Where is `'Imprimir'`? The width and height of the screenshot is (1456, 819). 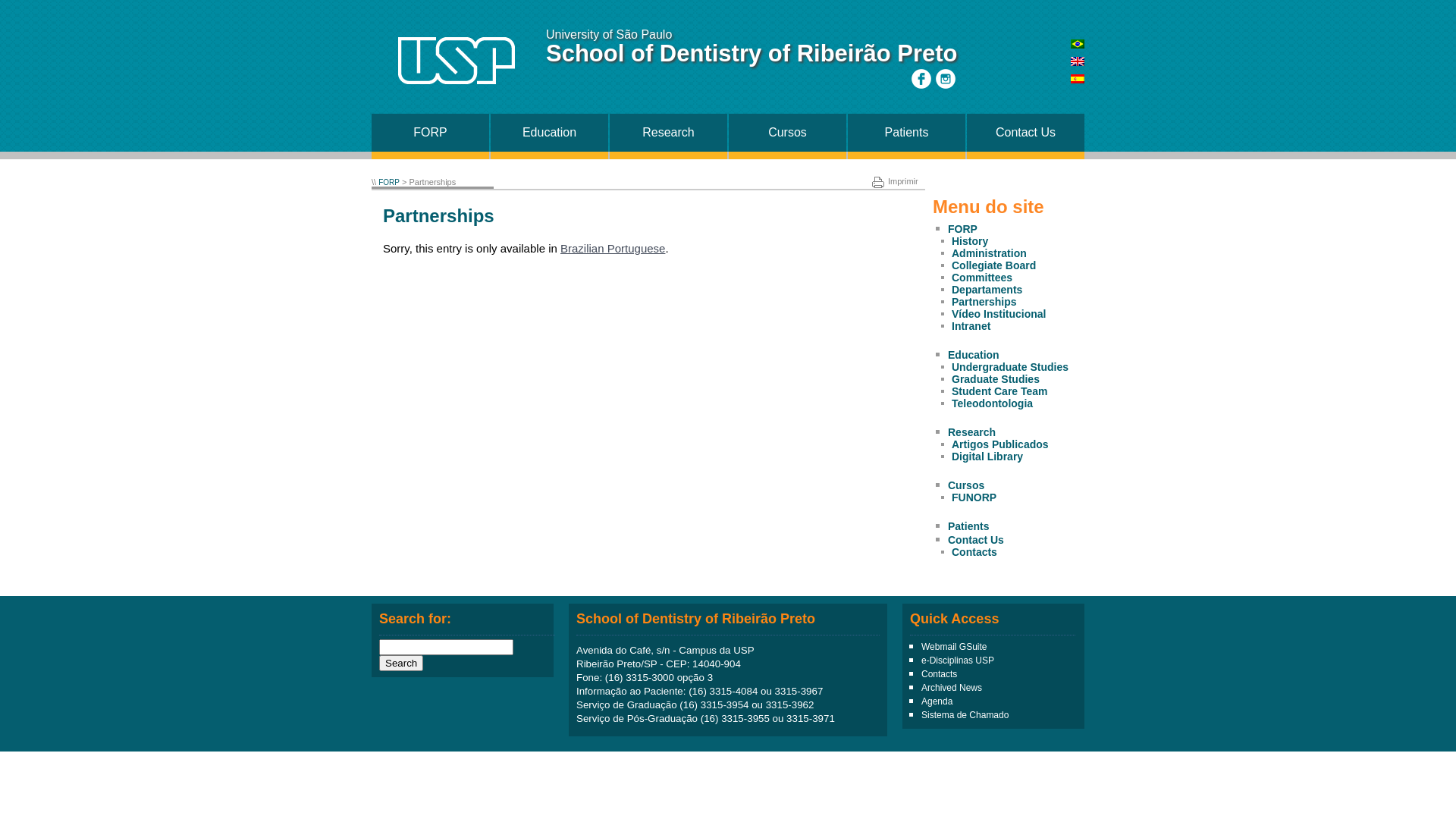
'Imprimir' is located at coordinates (895, 180).